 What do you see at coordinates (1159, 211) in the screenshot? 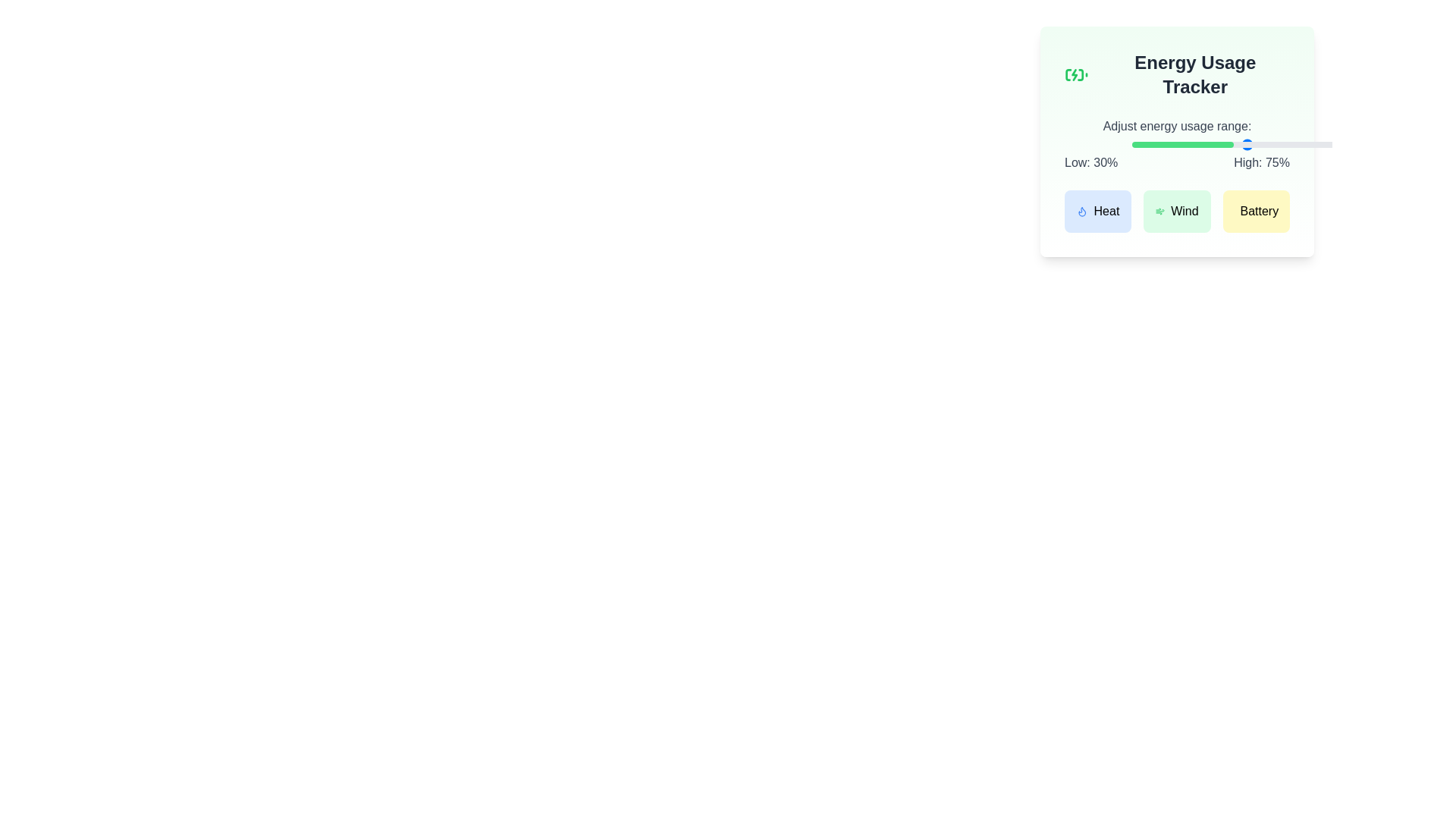
I see `the 'Wind' icon button, which visually represents the 'Wind' feature, located to the left of the text 'Wind' in the middle of a horizontal set of three buttons labeled 'Heat', 'Wind', and 'Battery'` at bounding box center [1159, 211].